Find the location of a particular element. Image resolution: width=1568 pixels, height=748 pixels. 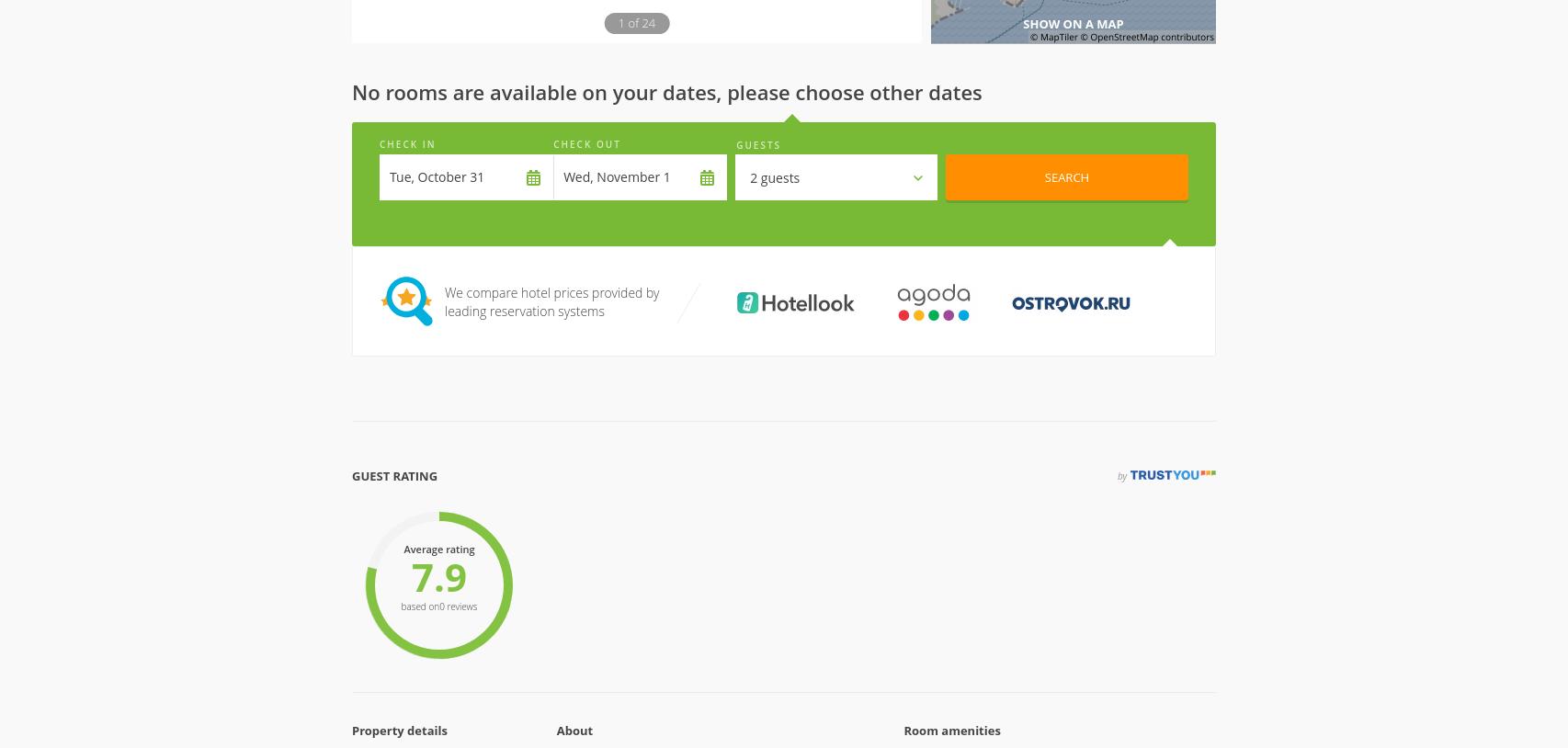

'14:00' is located at coordinates (647, 389).